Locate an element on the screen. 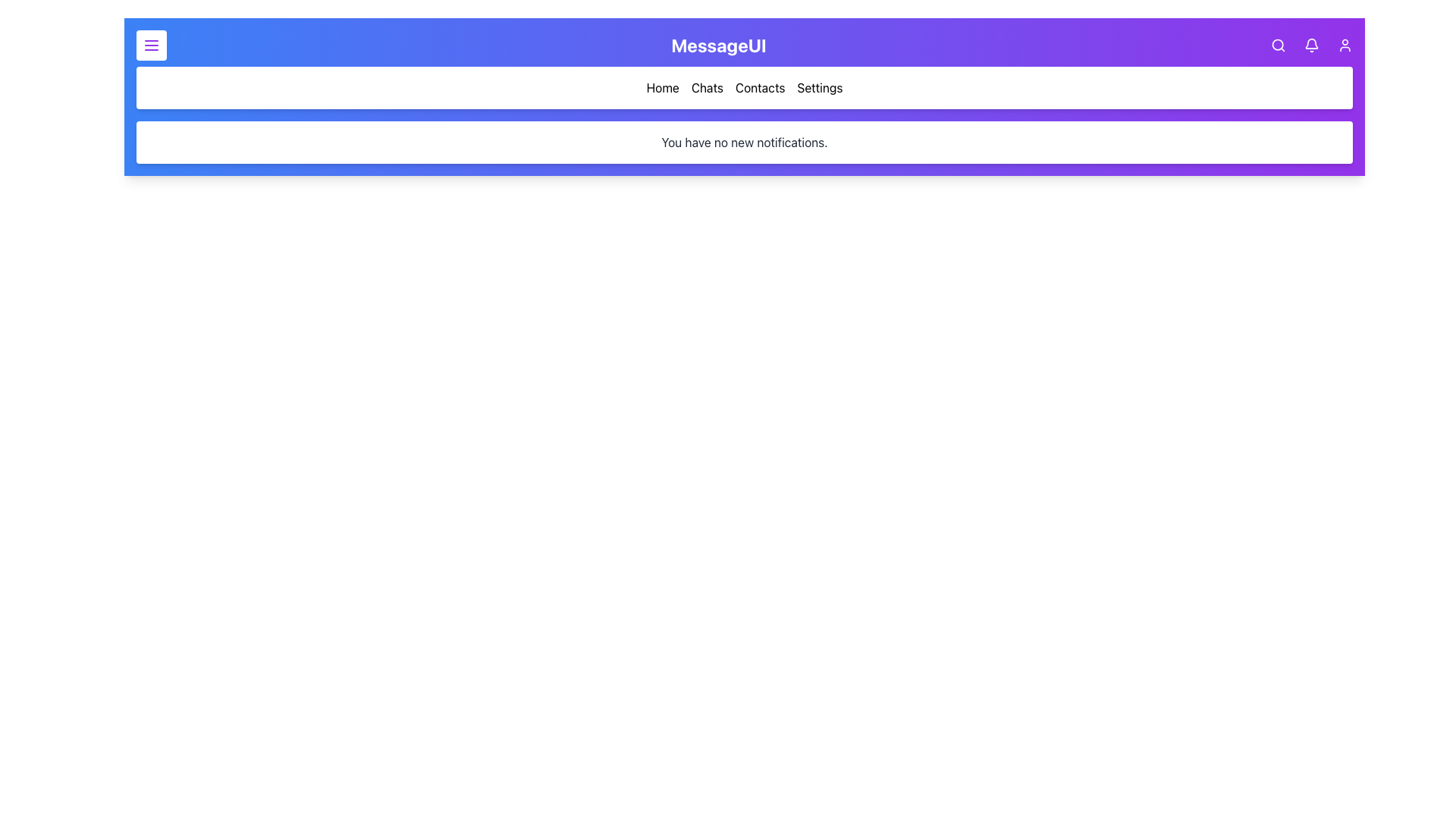 This screenshot has height=819, width=1456. the user profile button located at the far right of the navigation bar is located at coordinates (1345, 45).